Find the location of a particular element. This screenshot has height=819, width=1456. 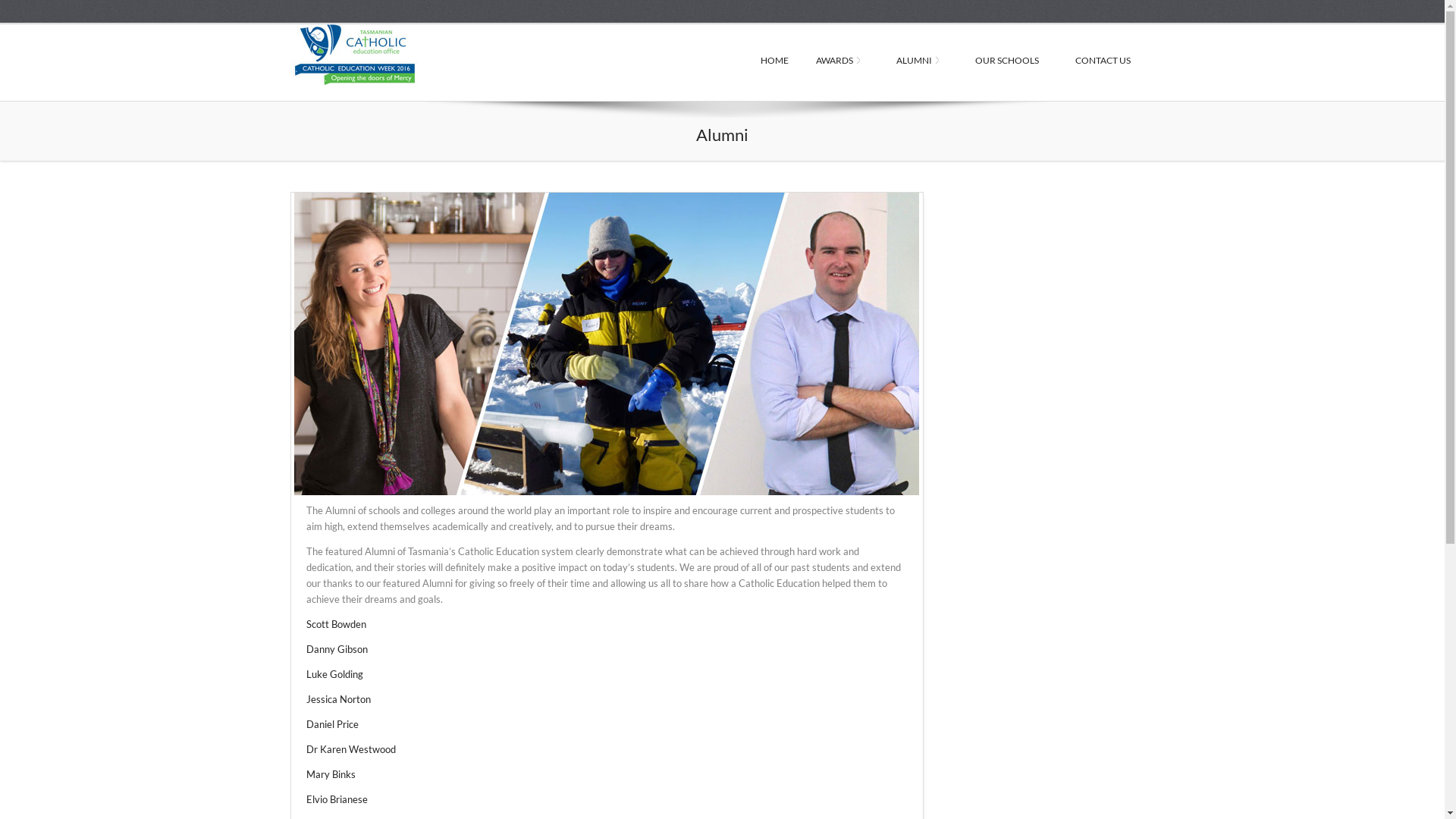

'Luke Golding' is located at coordinates (334, 673).